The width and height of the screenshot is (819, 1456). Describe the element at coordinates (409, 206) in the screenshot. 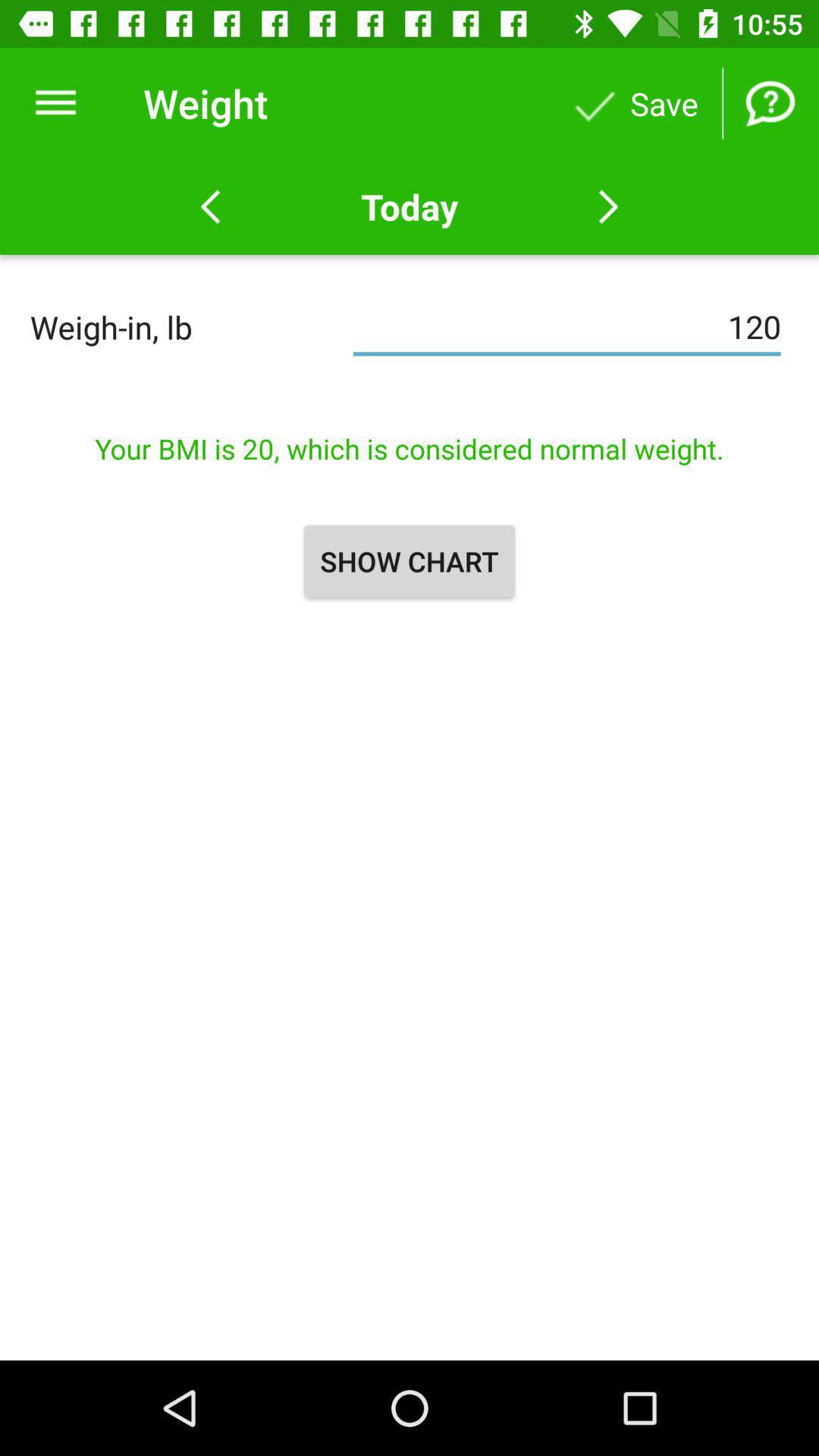

I see `today` at that location.